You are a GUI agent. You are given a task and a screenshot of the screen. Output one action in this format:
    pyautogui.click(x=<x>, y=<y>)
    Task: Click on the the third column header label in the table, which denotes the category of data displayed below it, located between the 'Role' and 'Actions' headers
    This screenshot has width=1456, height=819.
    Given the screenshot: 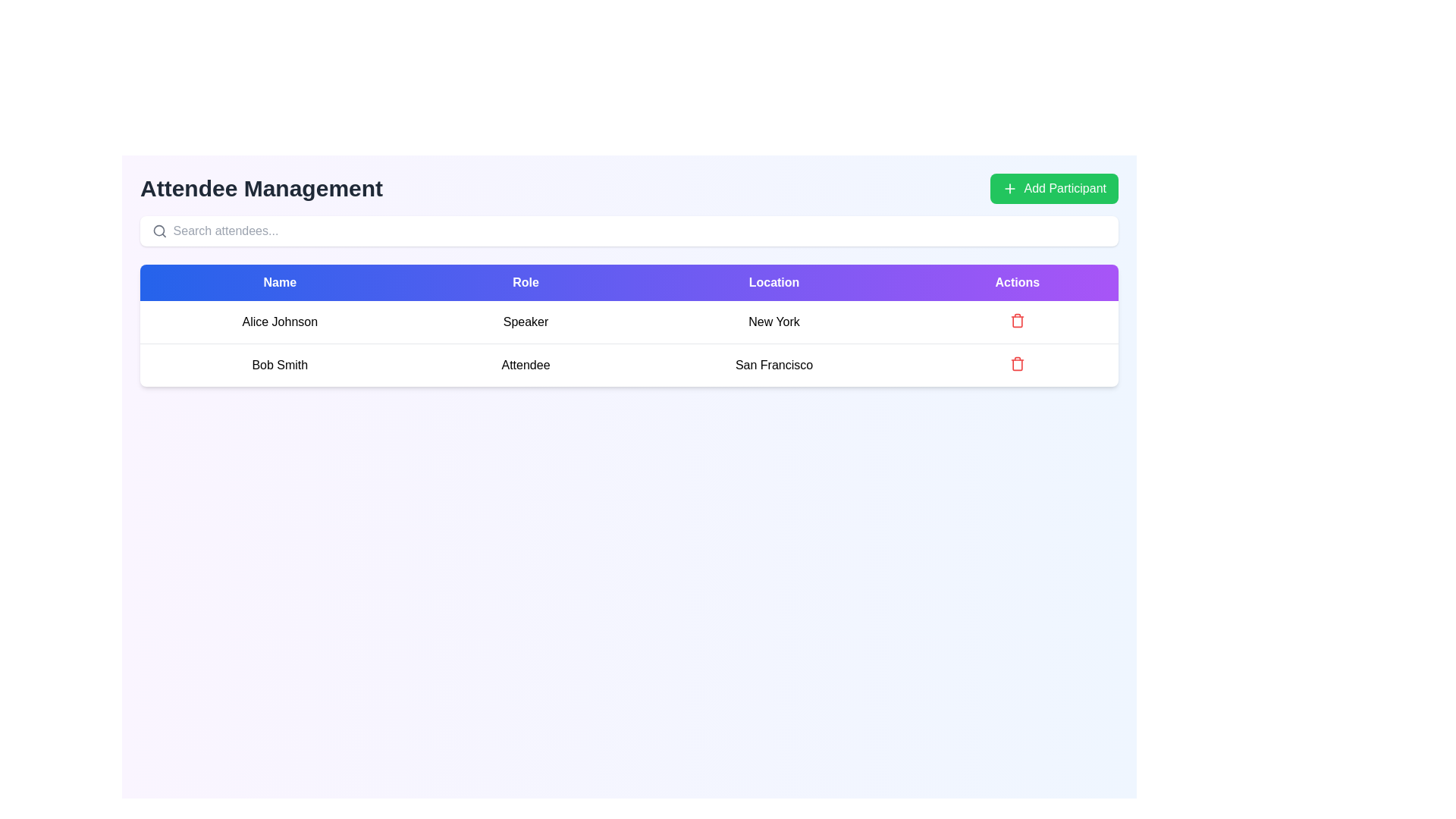 What is the action you would take?
    pyautogui.click(x=774, y=283)
    